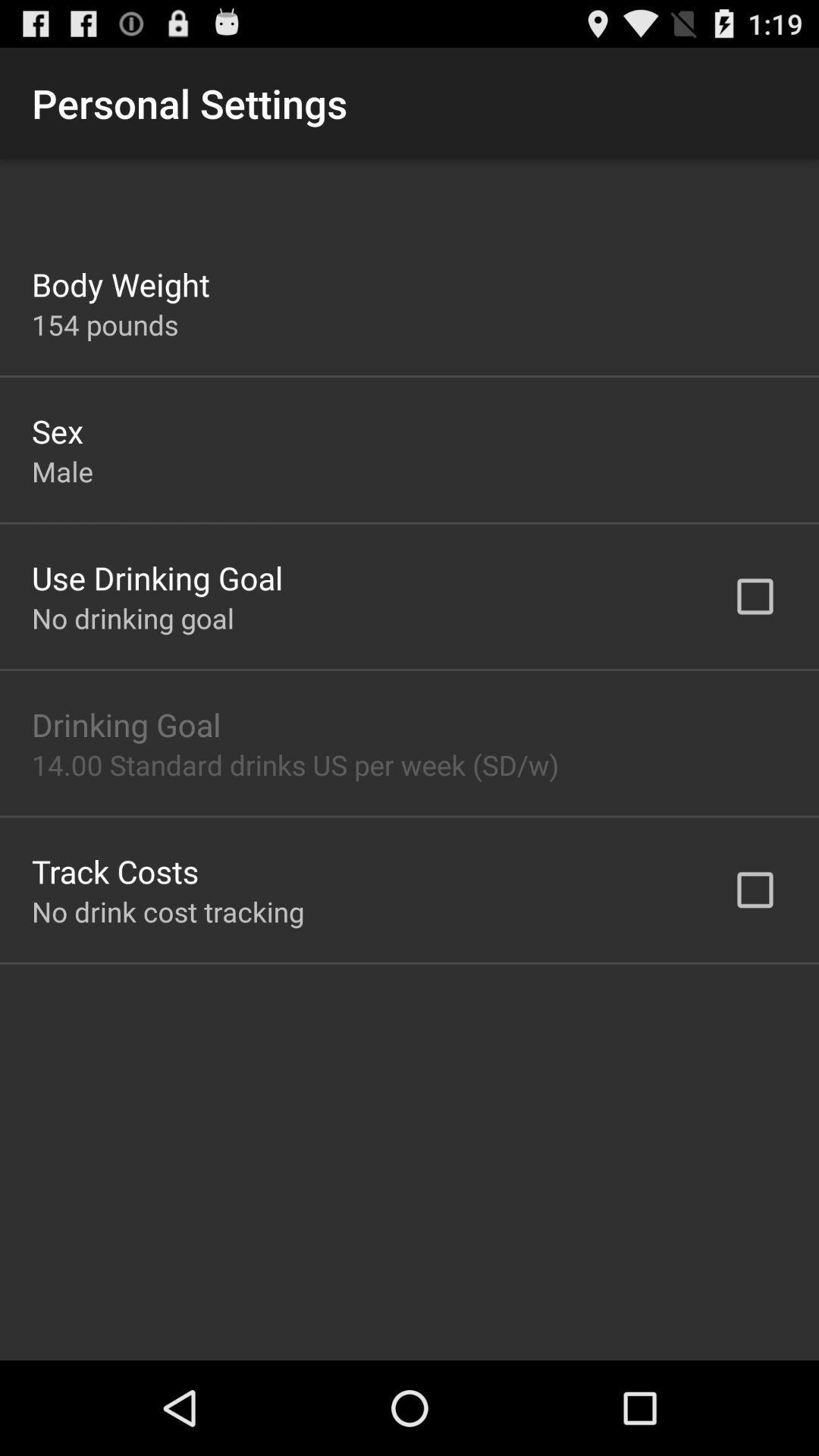 This screenshot has height=1456, width=819. I want to click on 154 pounds item, so click(104, 324).